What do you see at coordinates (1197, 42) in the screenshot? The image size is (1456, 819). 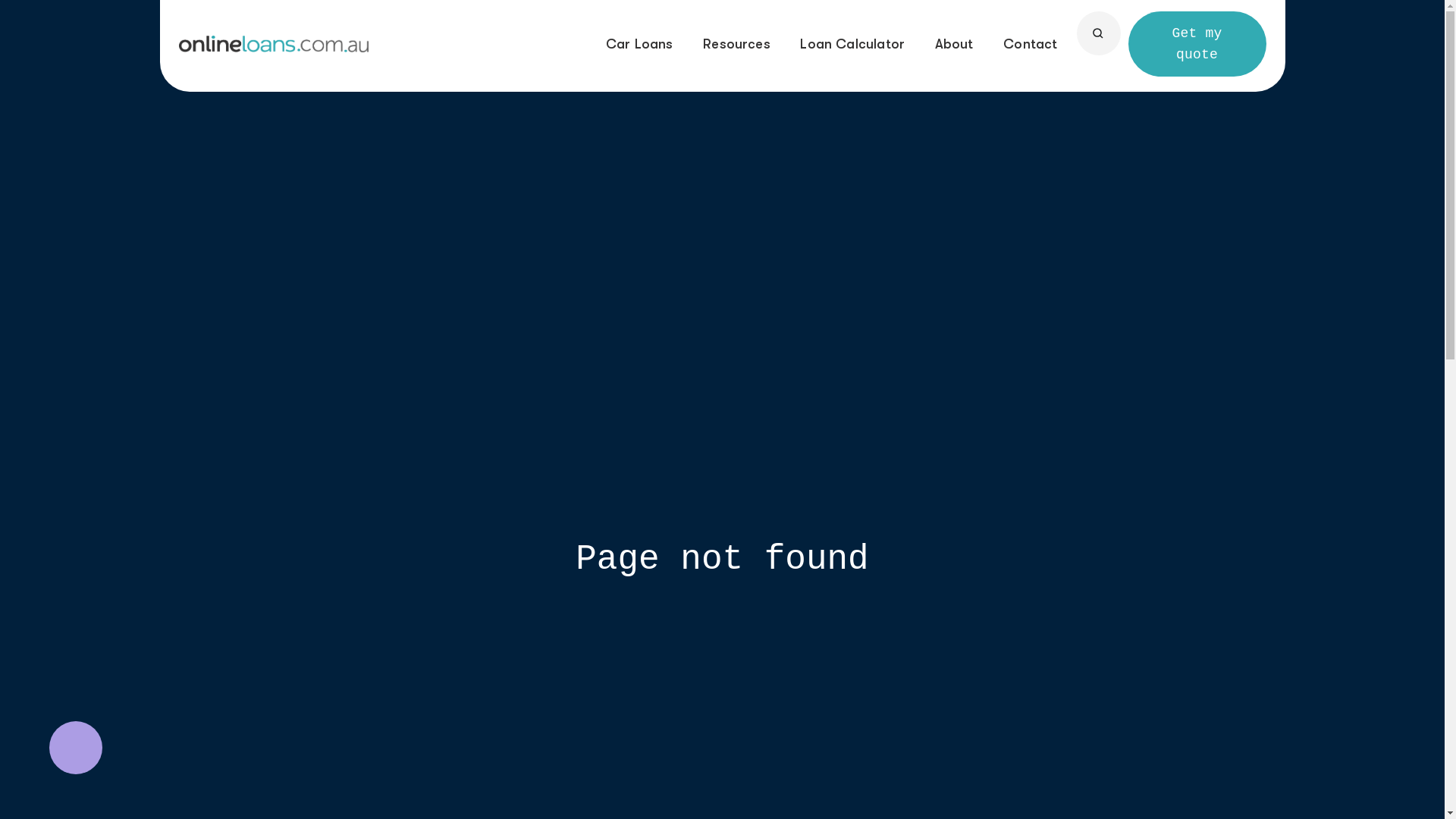 I see `'Get my quote'` at bounding box center [1197, 42].